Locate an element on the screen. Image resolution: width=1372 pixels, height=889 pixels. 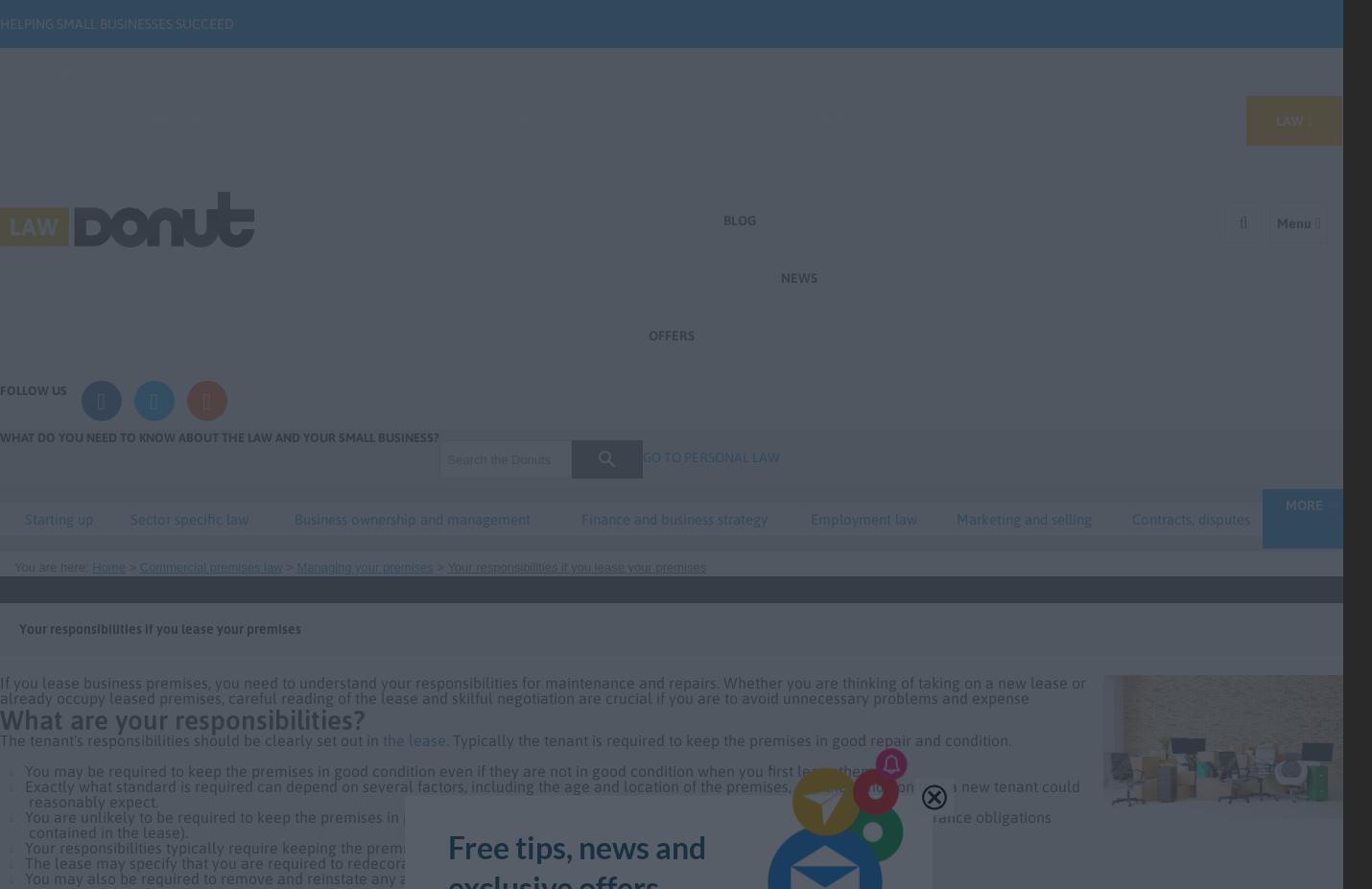
'What are your responsibilities?' is located at coordinates (181, 718).